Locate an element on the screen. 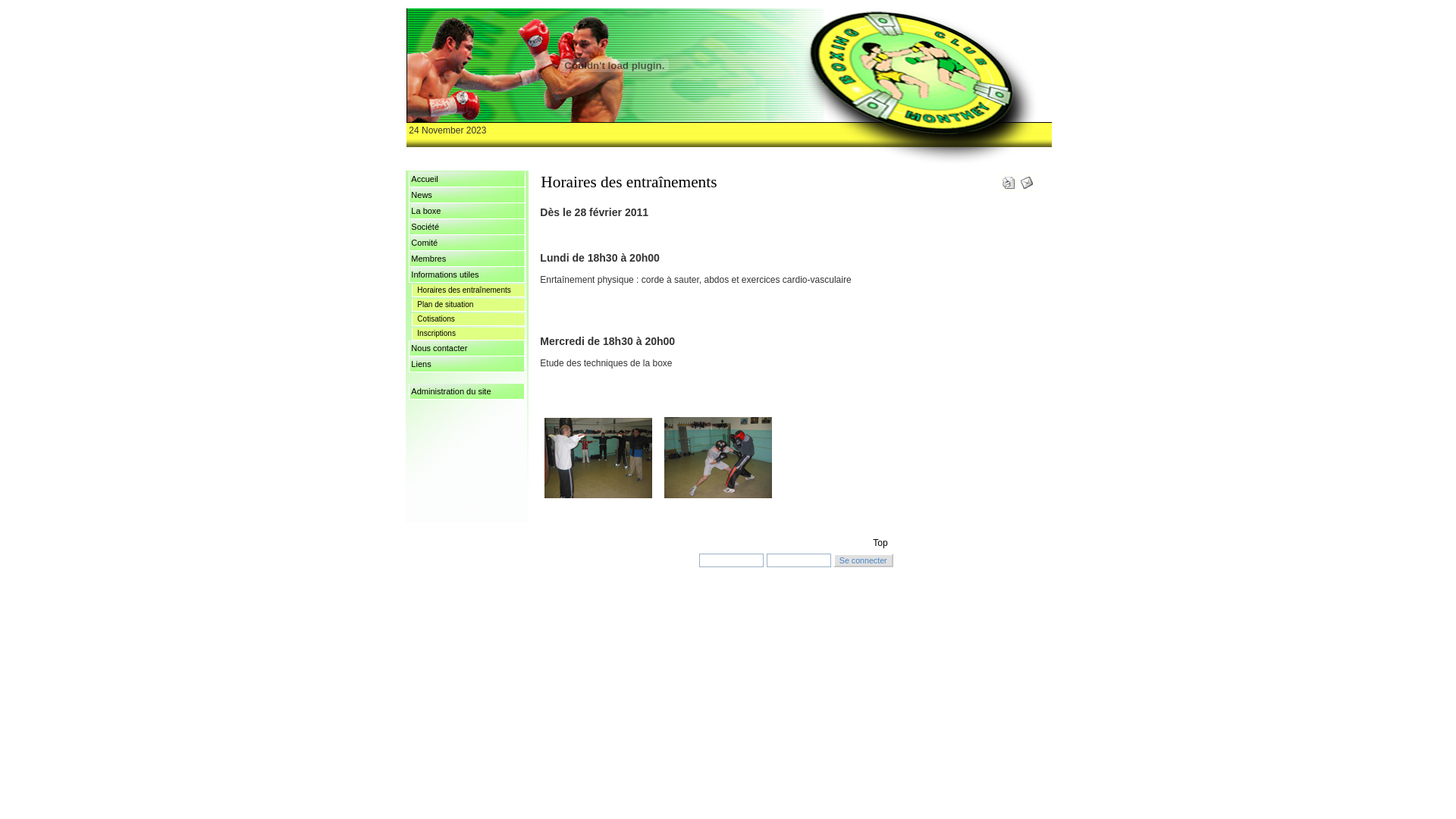 The width and height of the screenshot is (1456, 819). 'Accueil' is located at coordinates (408, 178).